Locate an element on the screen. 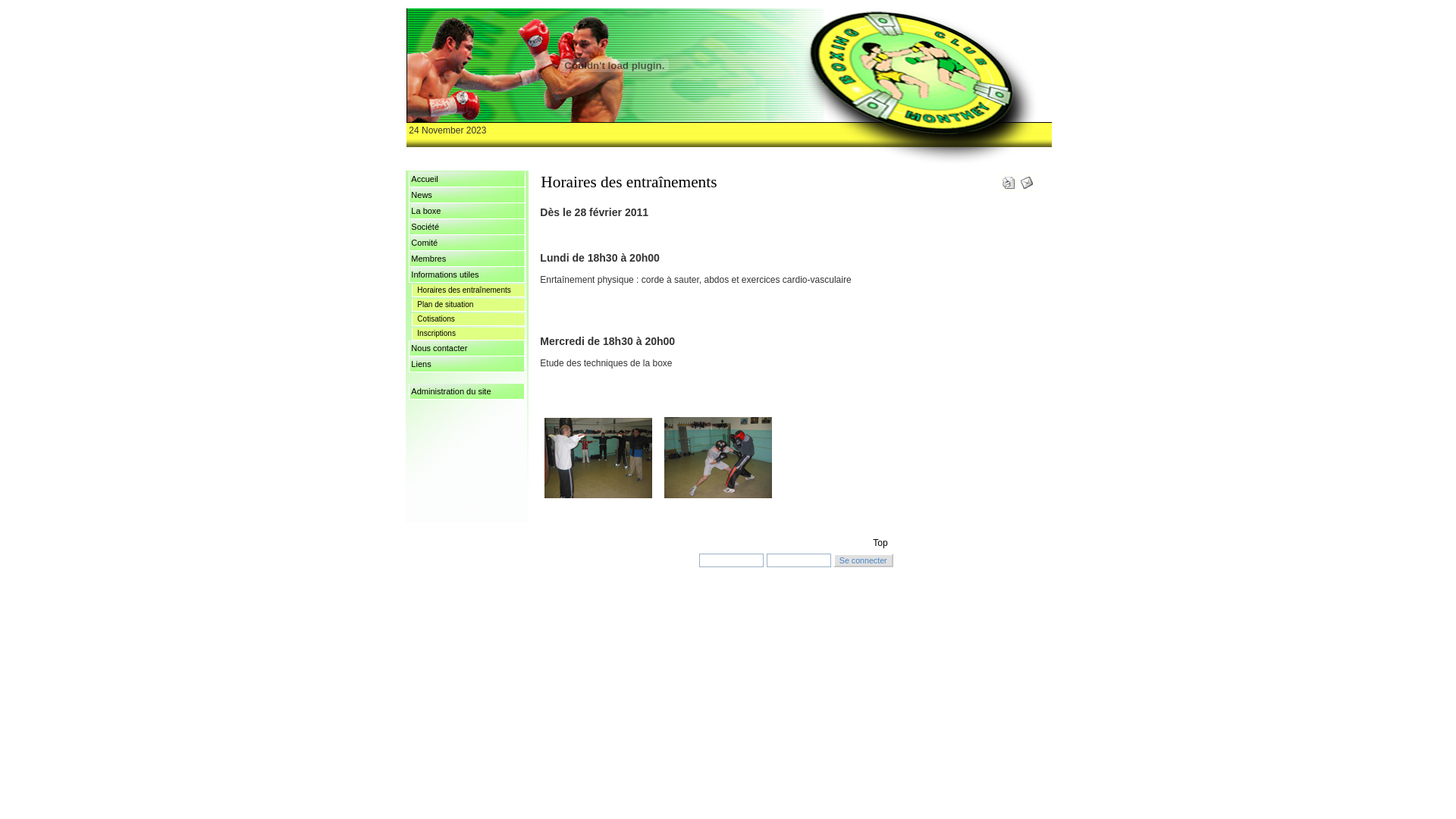 The width and height of the screenshot is (1456, 819). 'Accueil' is located at coordinates (408, 178).